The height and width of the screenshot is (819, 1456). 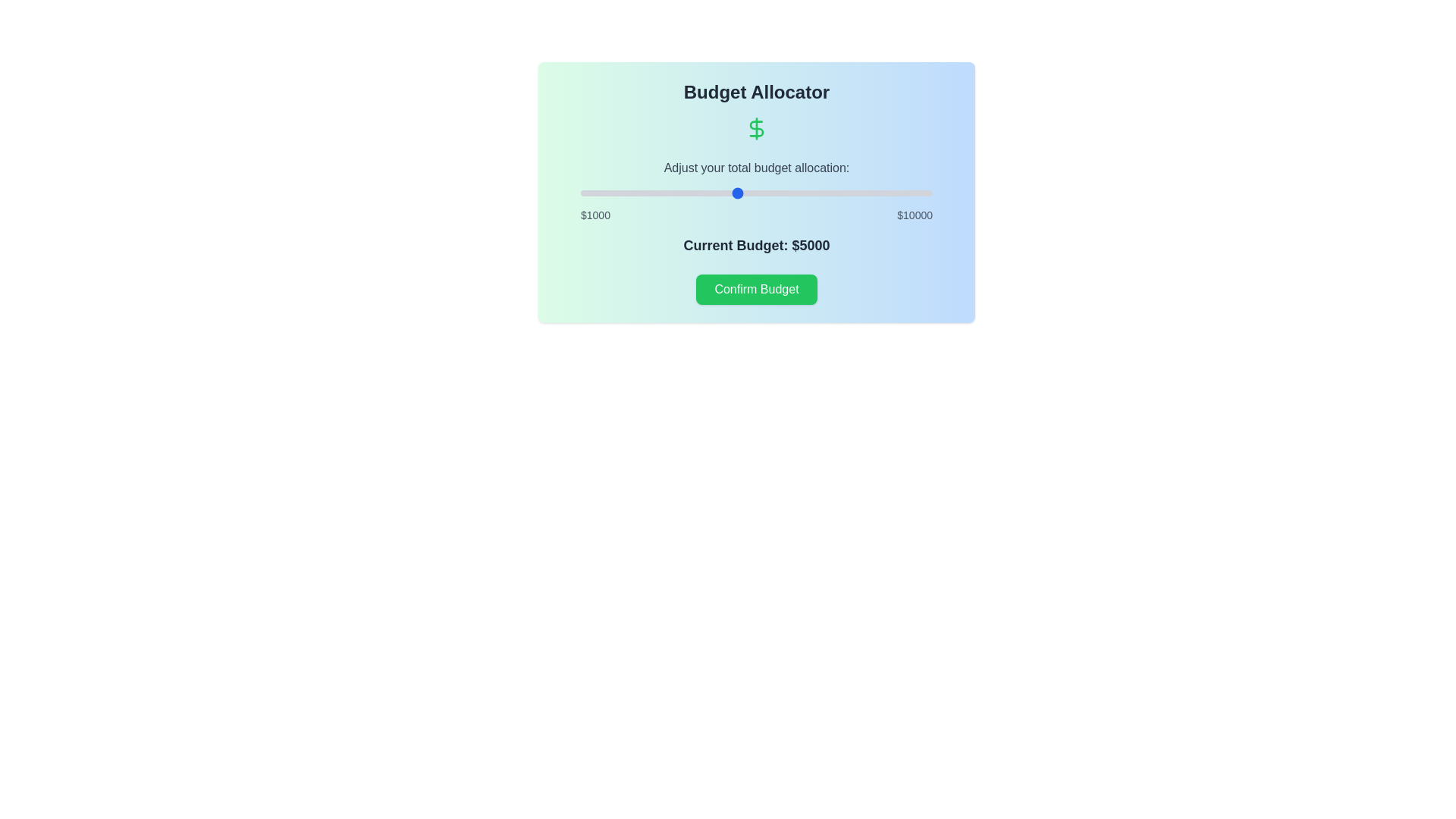 What do you see at coordinates (757, 127) in the screenshot?
I see `the dollar sign graphical representation` at bounding box center [757, 127].